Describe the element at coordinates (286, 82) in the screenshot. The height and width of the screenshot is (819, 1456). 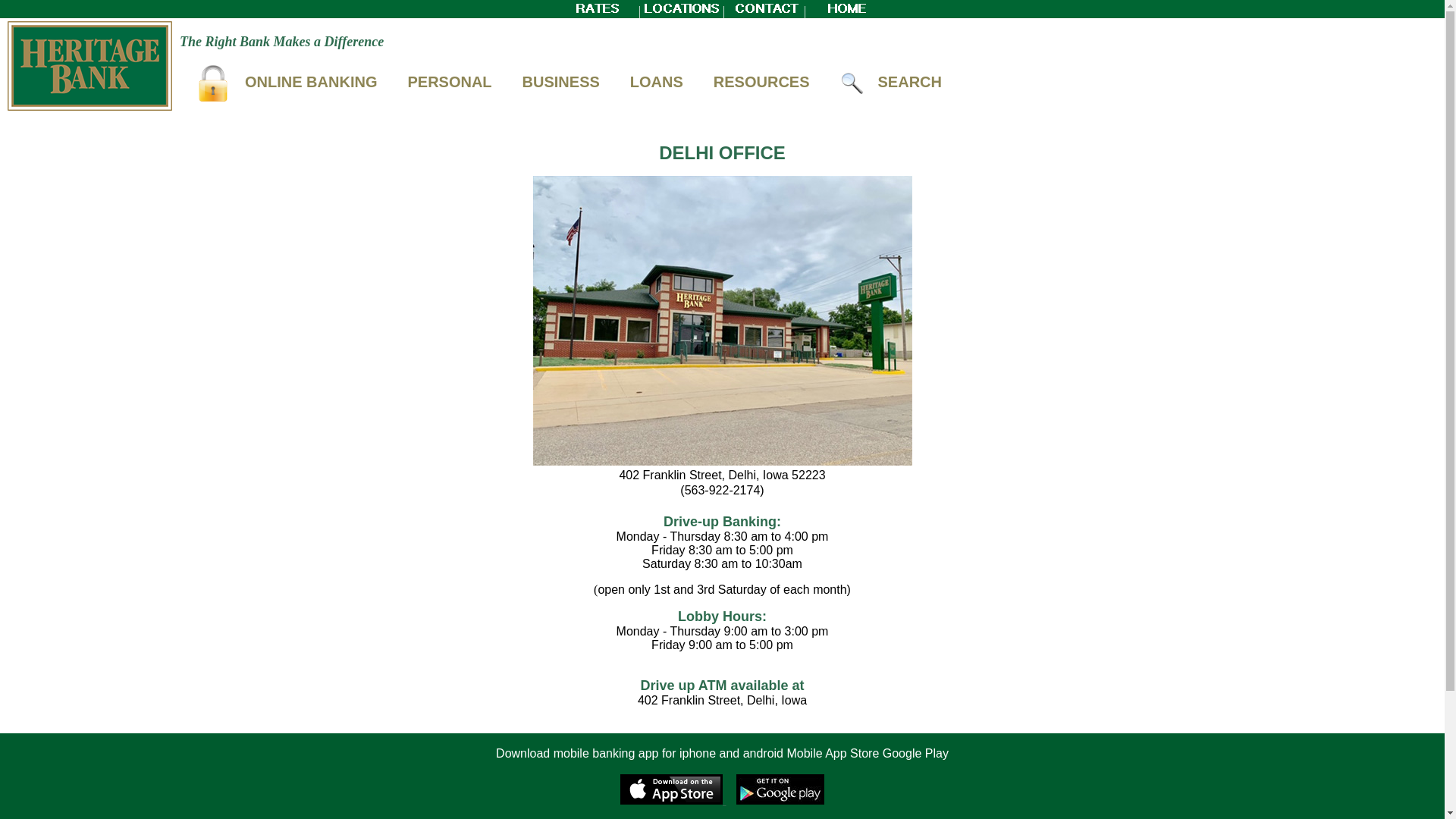
I see `'ONLINE BANKING'` at that location.